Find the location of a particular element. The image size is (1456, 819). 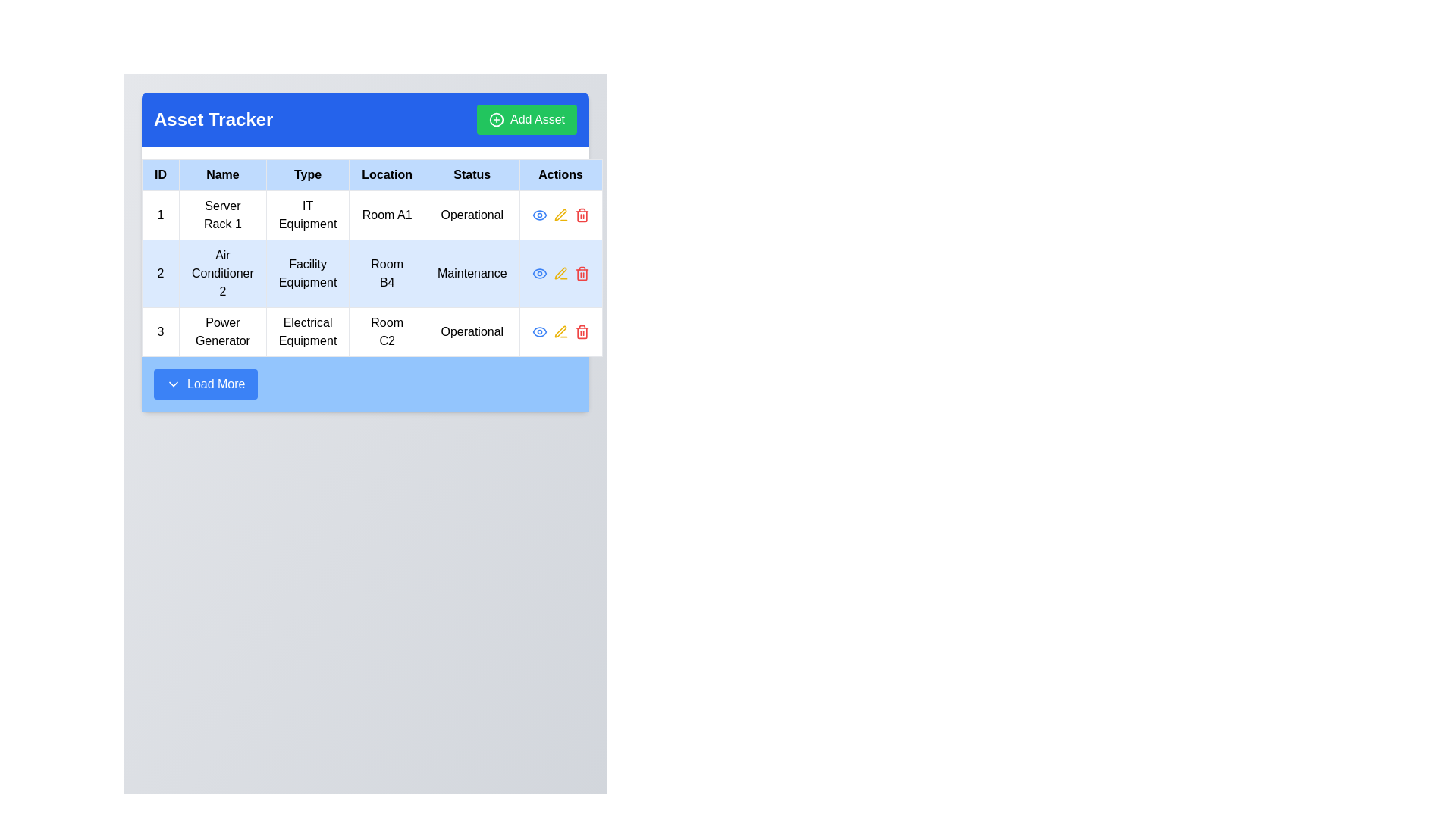

information displayed in the third row of the table, which includes the asset labeled 'Power Generator', its Type 'Electrical Equipment', located in 'Room C2', and its Status 'Operational' is located at coordinates (372, 331).